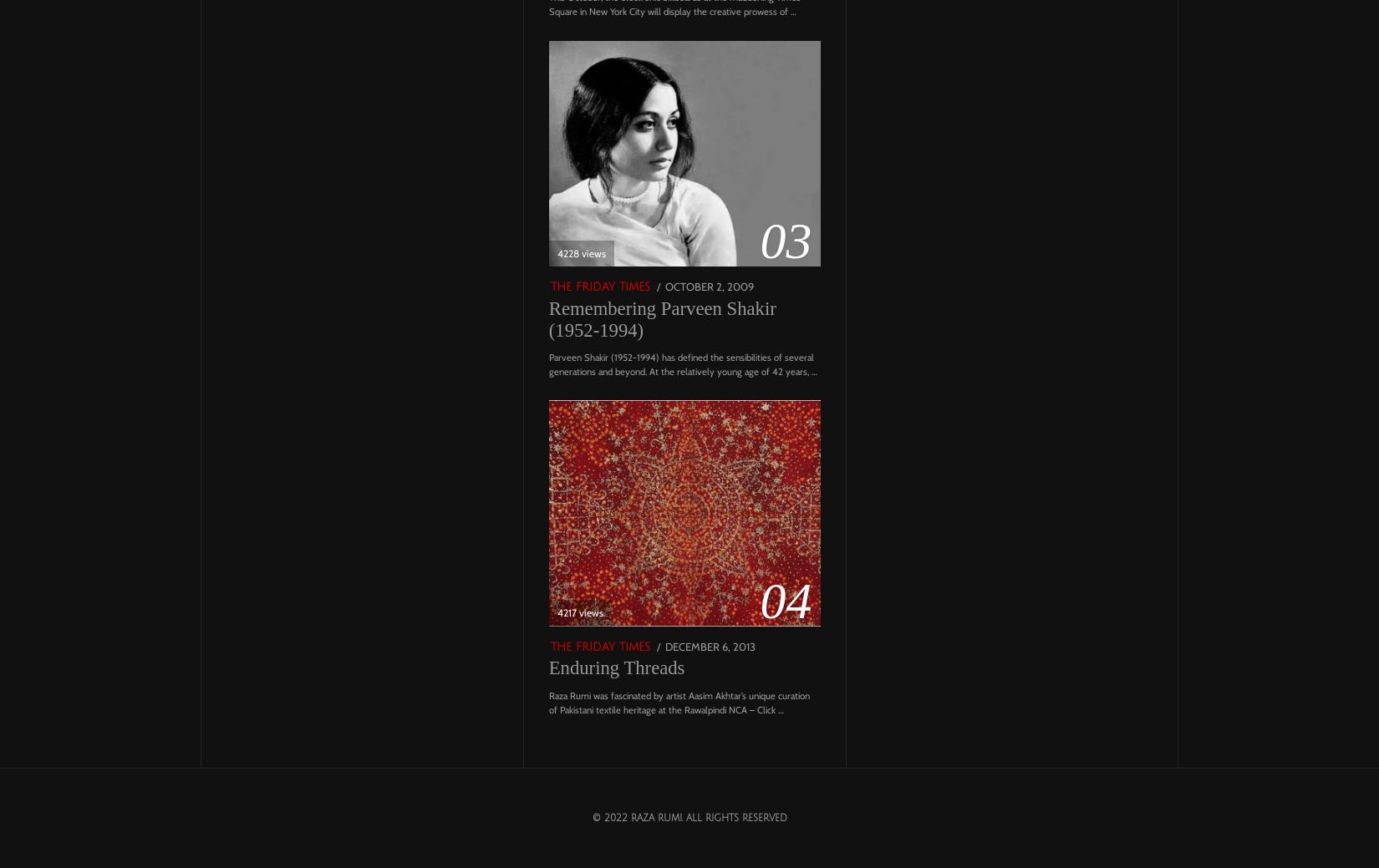 This screenshot has height=868, width=1379. Describe the element at coordinates (615, 667) in the screenshot. I see `'Enduring Threads'` at that location.